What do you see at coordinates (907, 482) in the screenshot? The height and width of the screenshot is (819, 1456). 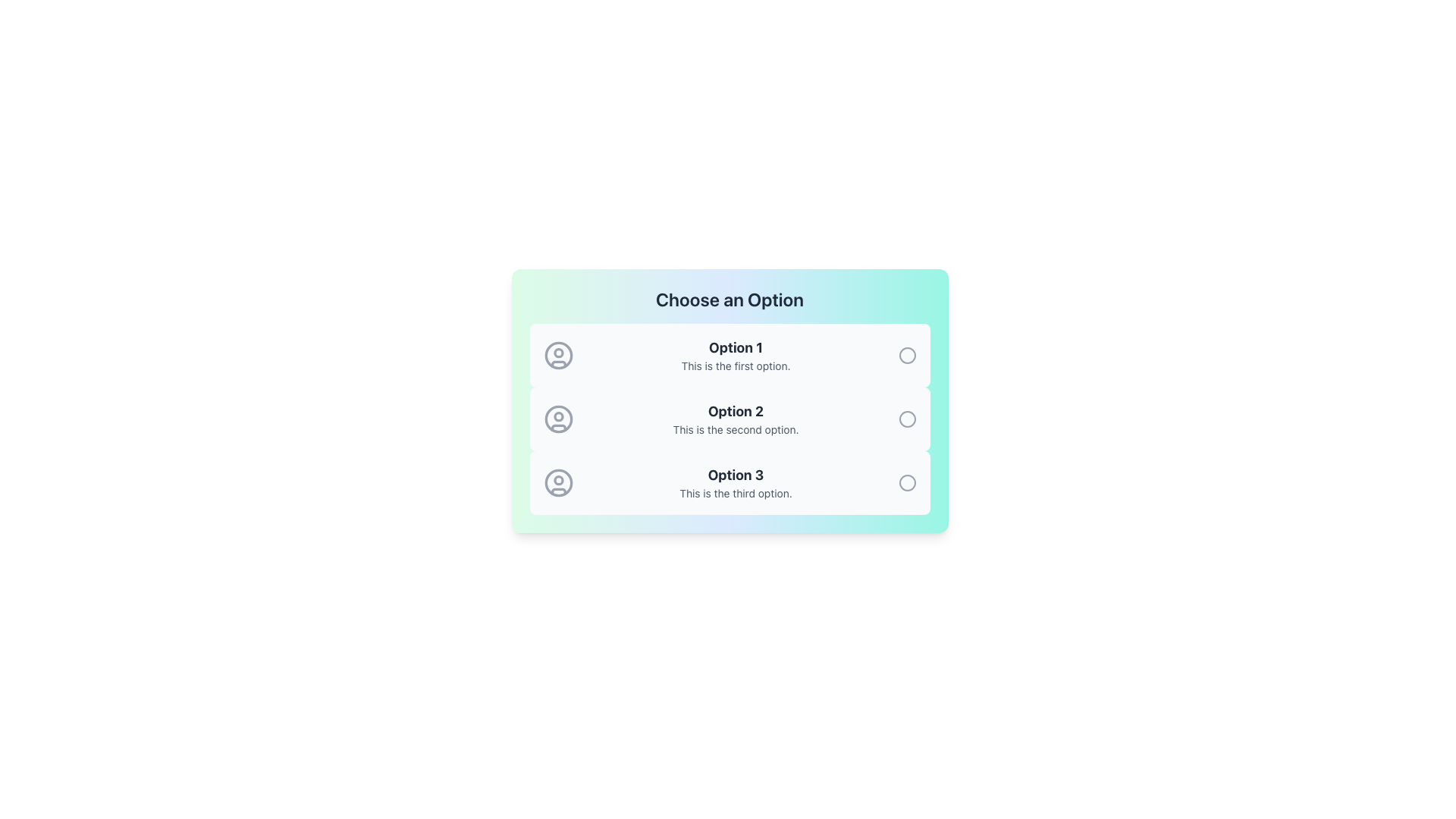 I see `the radio button for 'Option 3'` at bounding box center [907, 482].